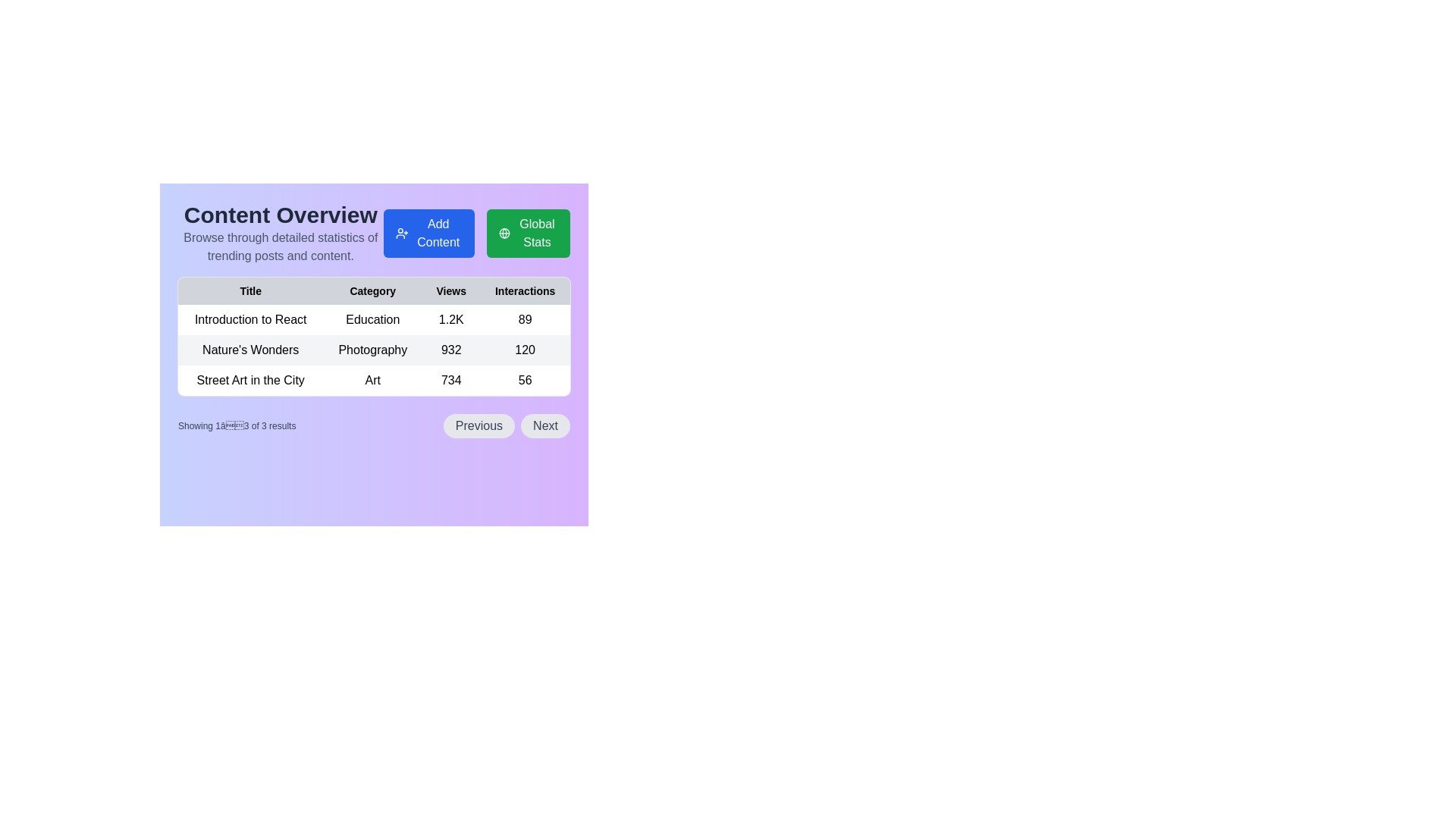  I want to click on the 'Next' button with rounded corners and a light gray background, so click(545, 426).